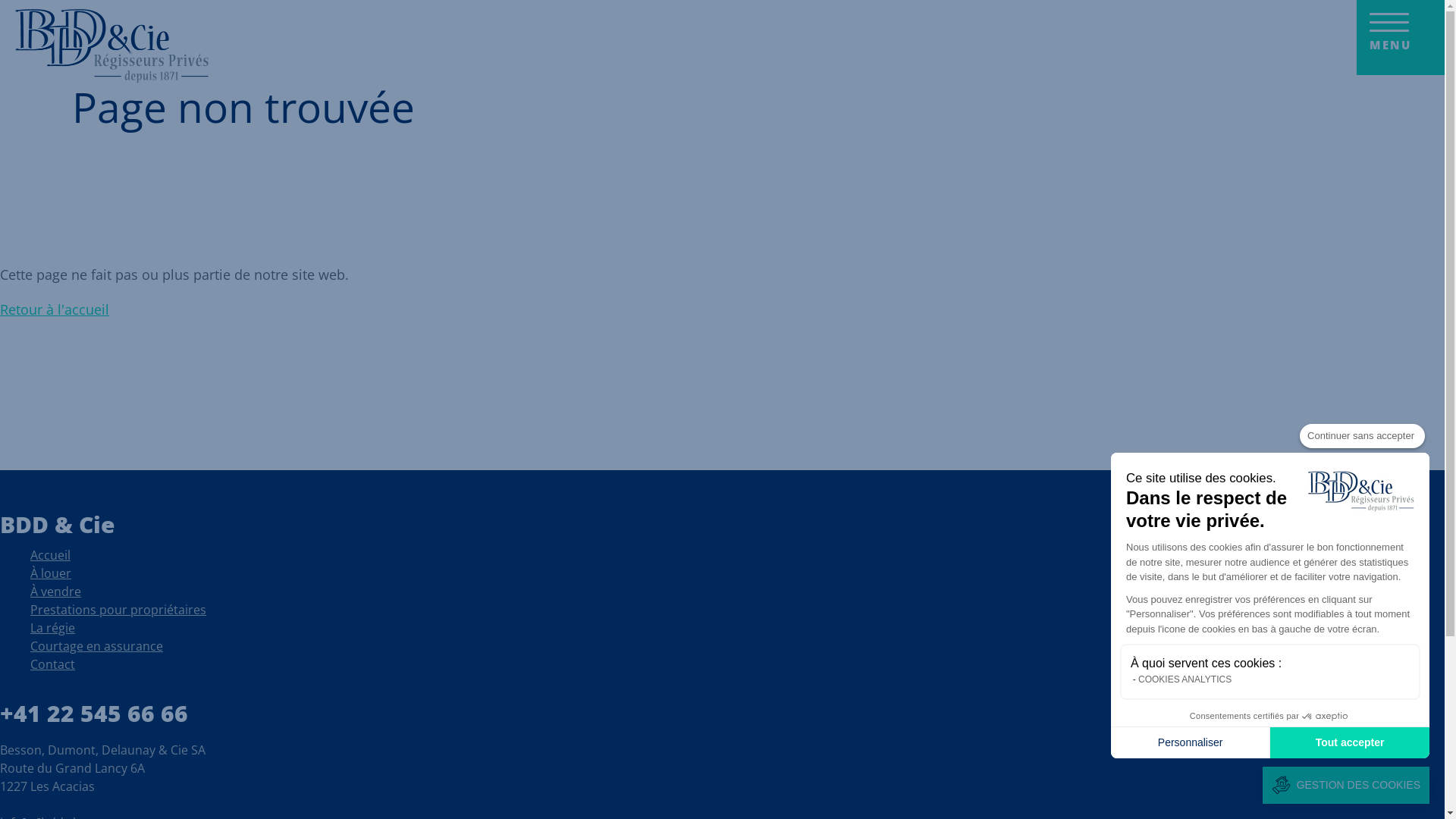 The width and height of the screenshot is (1456, 819). Describe the element at coordinates (96, 648) in the screenshot. I see `'Courtage en assurance'` at that location.